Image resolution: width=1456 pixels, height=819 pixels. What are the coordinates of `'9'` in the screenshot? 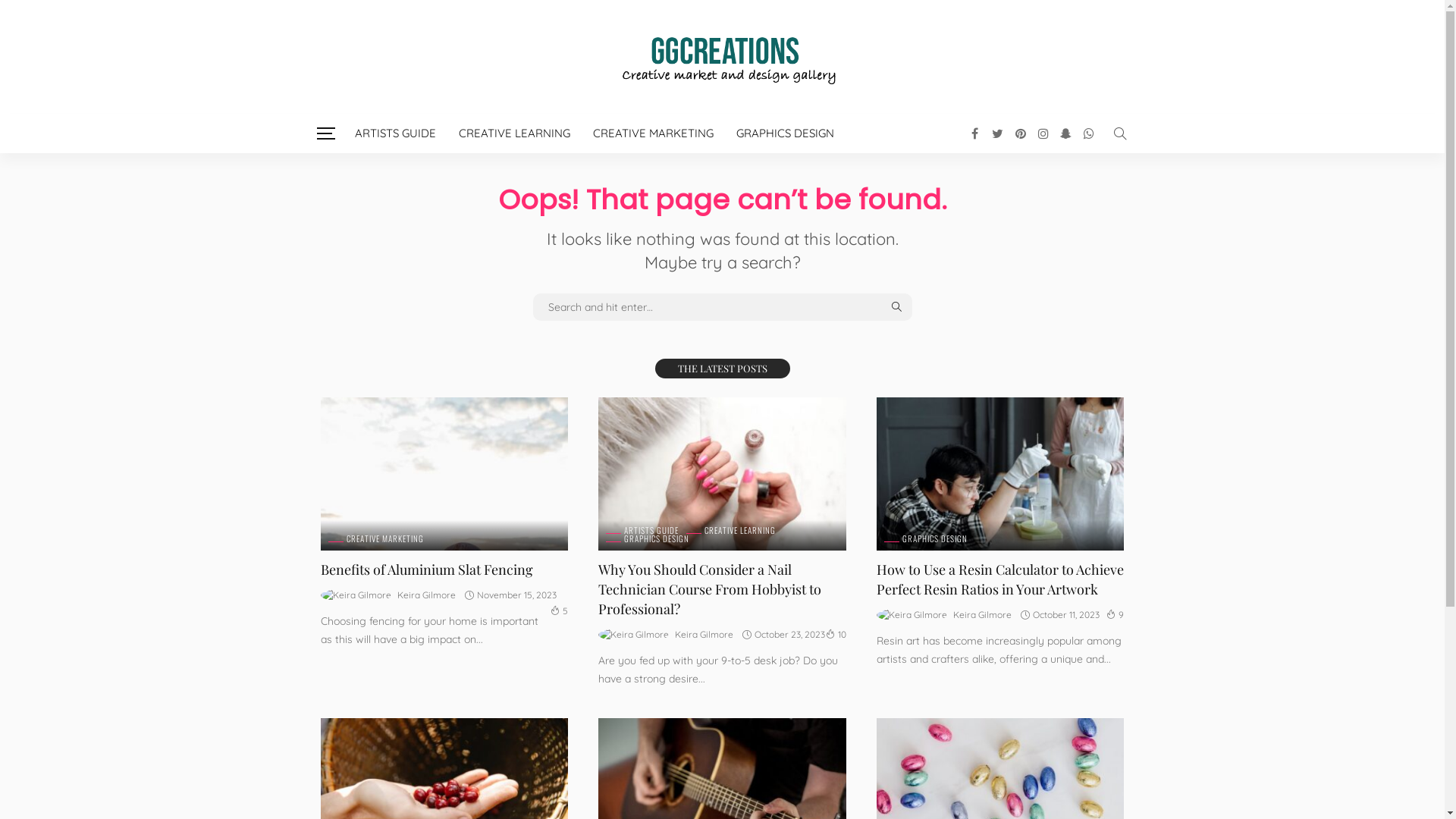 It's located at (1106, 614).